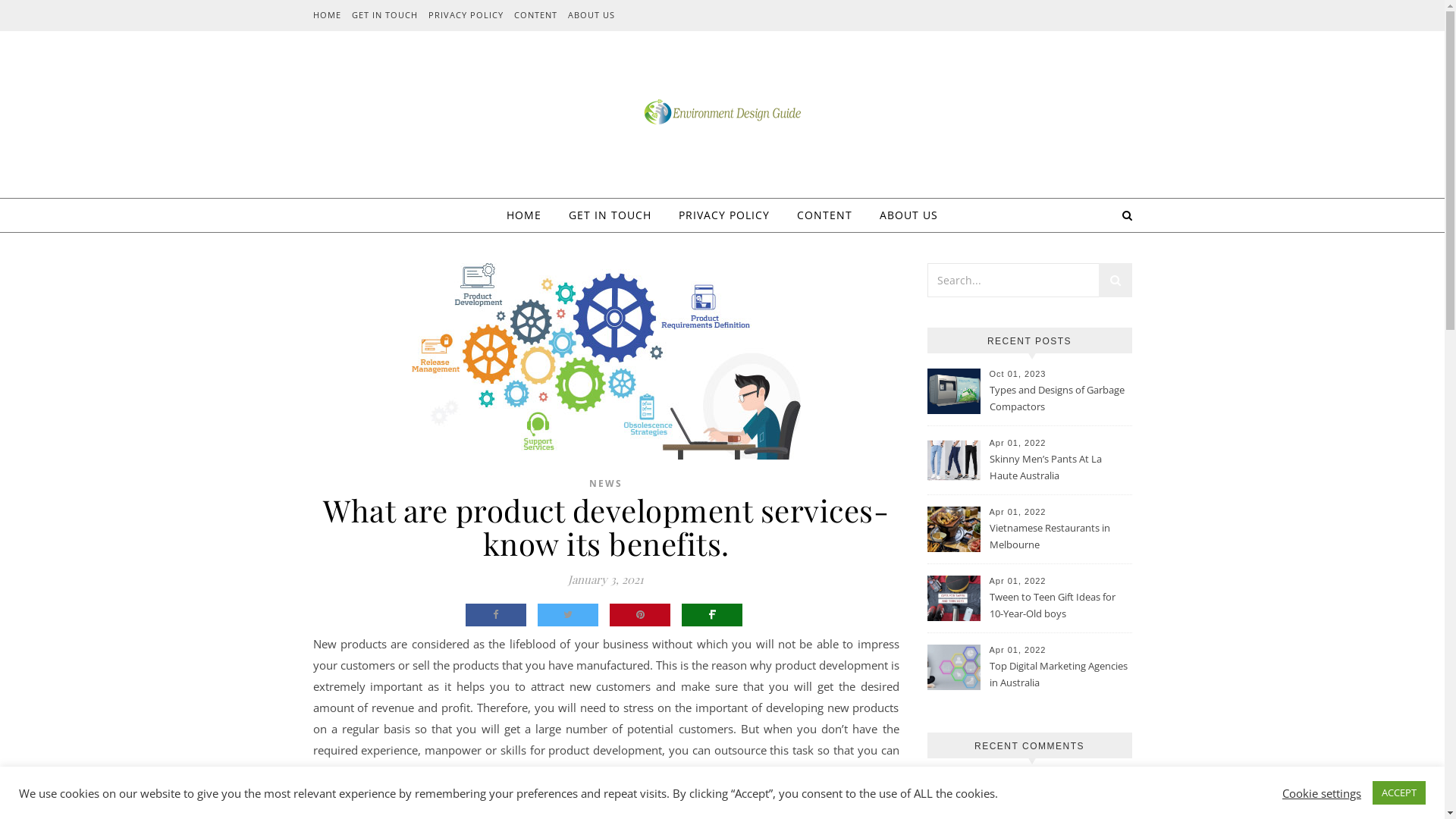 The height and width of the screenshot is (819, 1456). I want to click on 'NEWS', so click(604, 483).